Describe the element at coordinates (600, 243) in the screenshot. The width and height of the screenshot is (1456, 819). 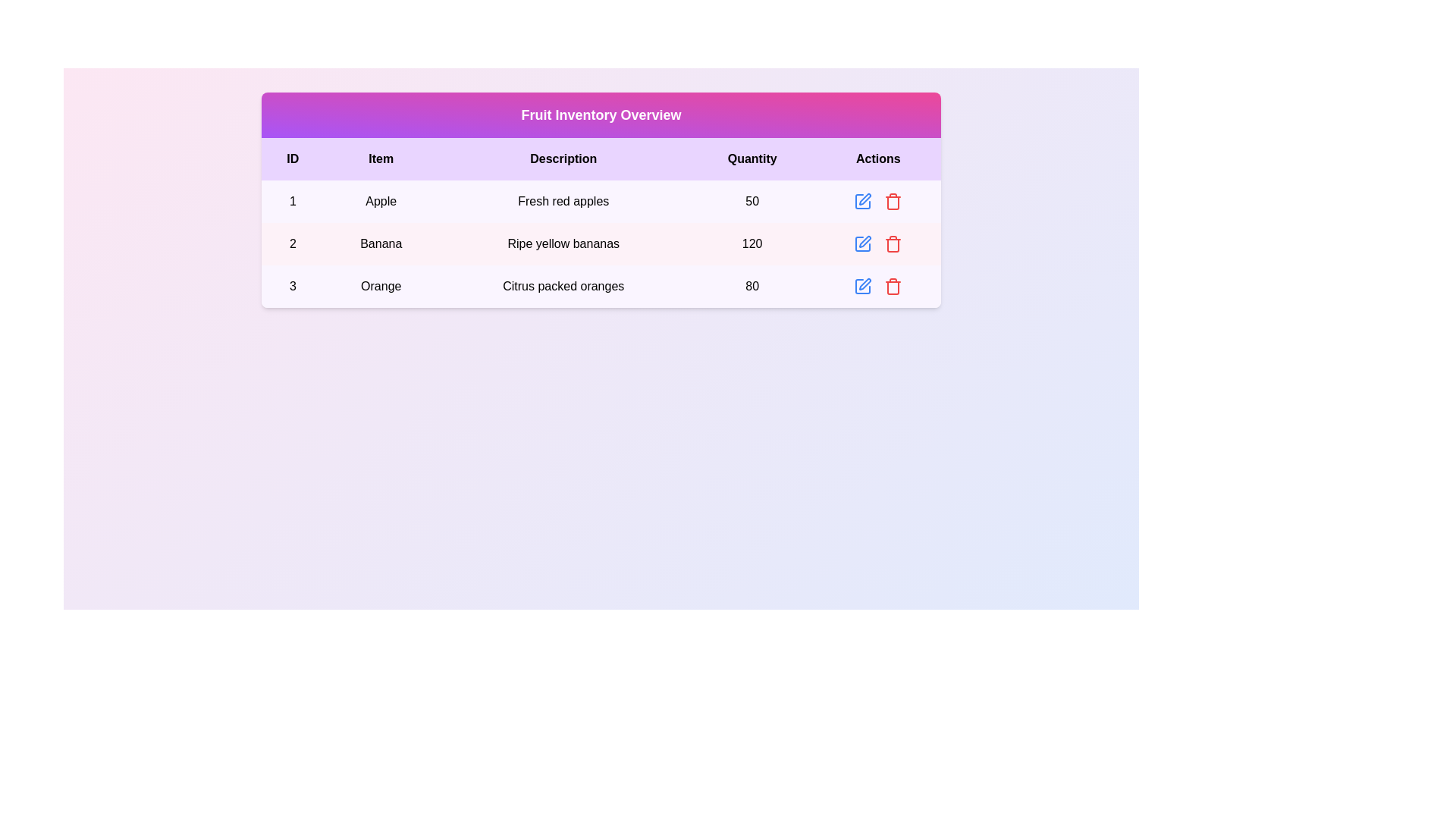
I see `the row corresponding to 2` at that location.